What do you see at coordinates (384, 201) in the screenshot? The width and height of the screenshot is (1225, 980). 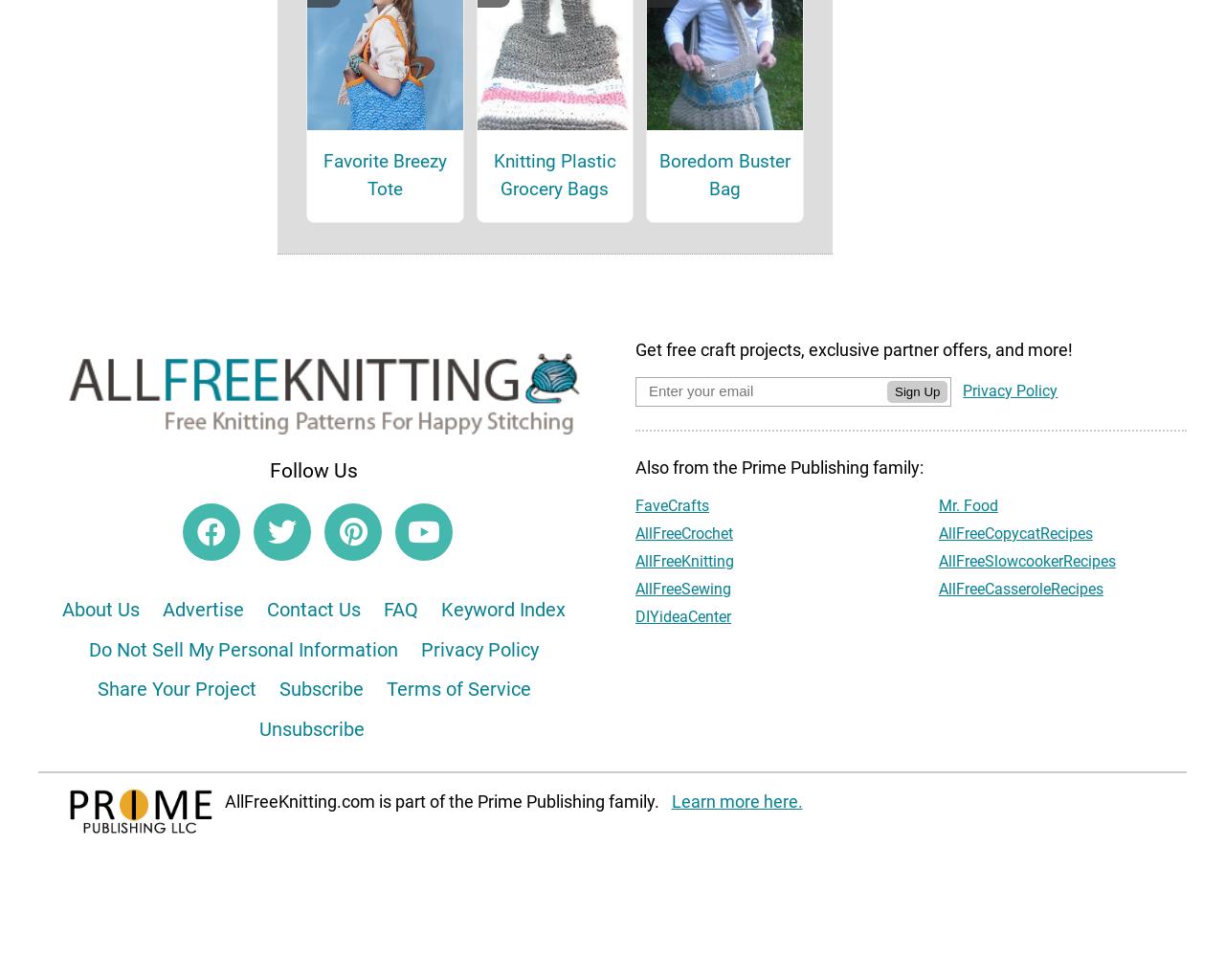 I see `'Favorite Breezy Tote'` at bounding box center [384, 201].